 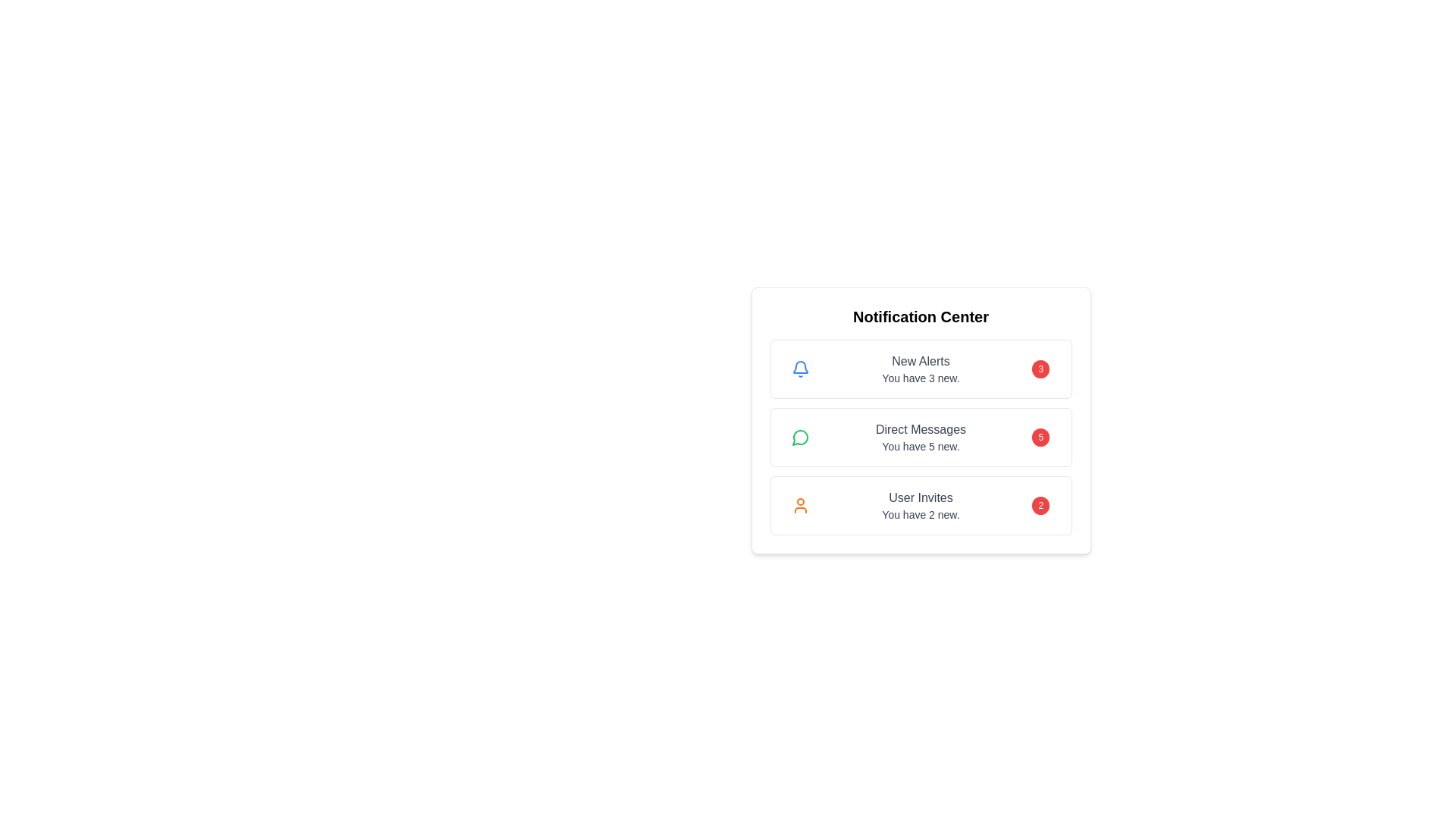 What do you see at coordinates (1040, 506) in the screenshot?
I see `notification count from the Notification Badge located at the far-right side of the 'User Invites' row in the Notification Center card component` at bounding box center [1040, 506].